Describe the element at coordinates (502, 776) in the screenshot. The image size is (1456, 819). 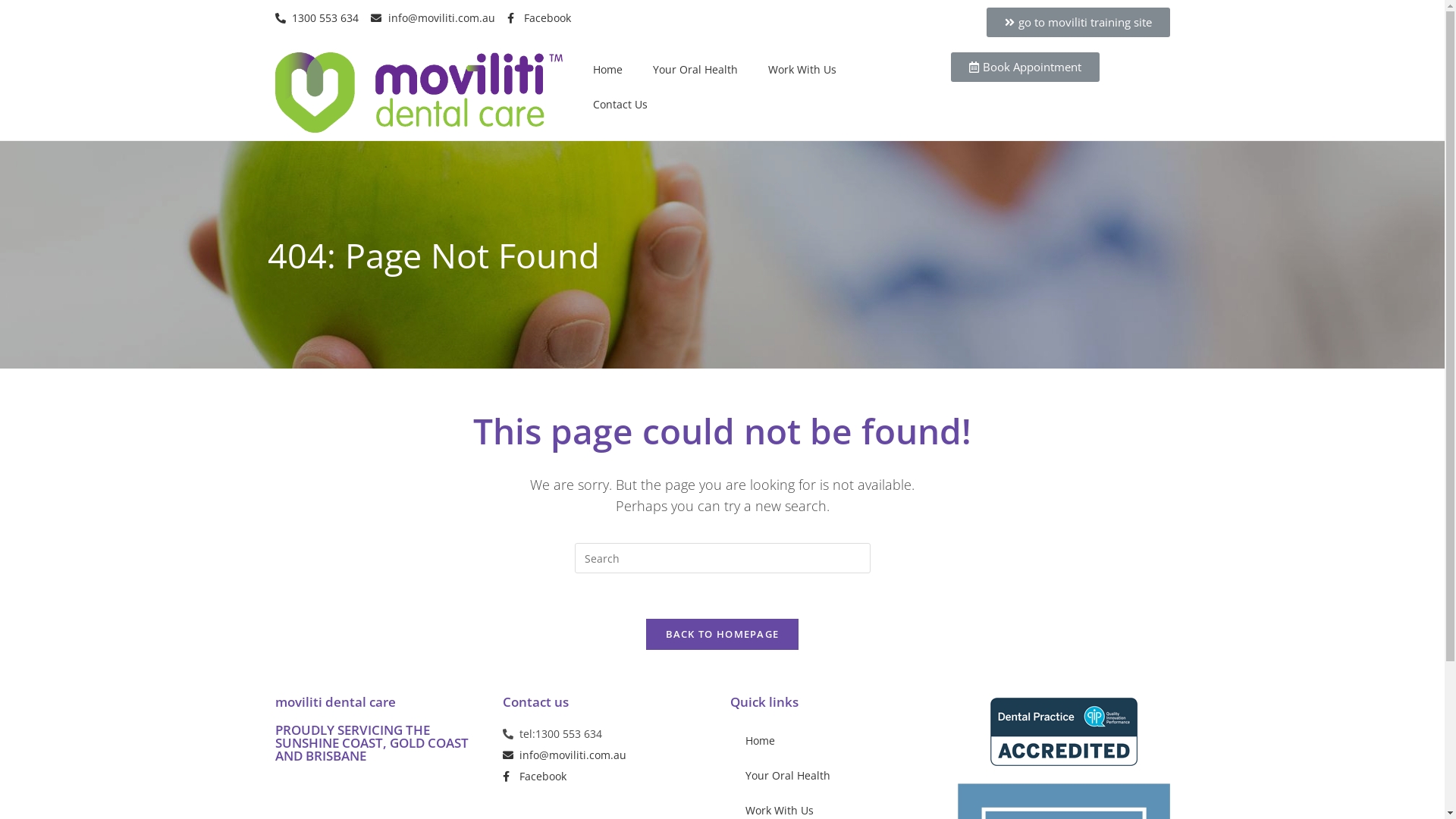
I see `'Facebook'` at that location.